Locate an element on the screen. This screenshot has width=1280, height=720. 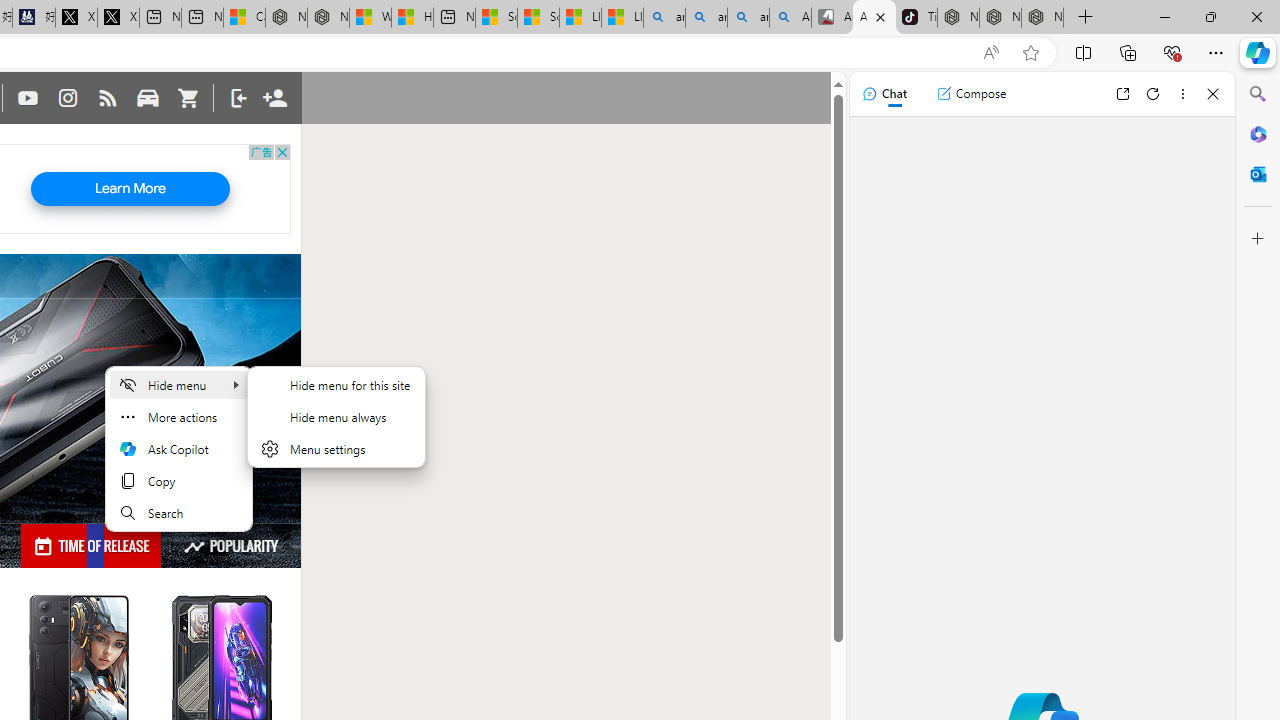
'Wildlife - MSN' is located at coordinates (369, 17).